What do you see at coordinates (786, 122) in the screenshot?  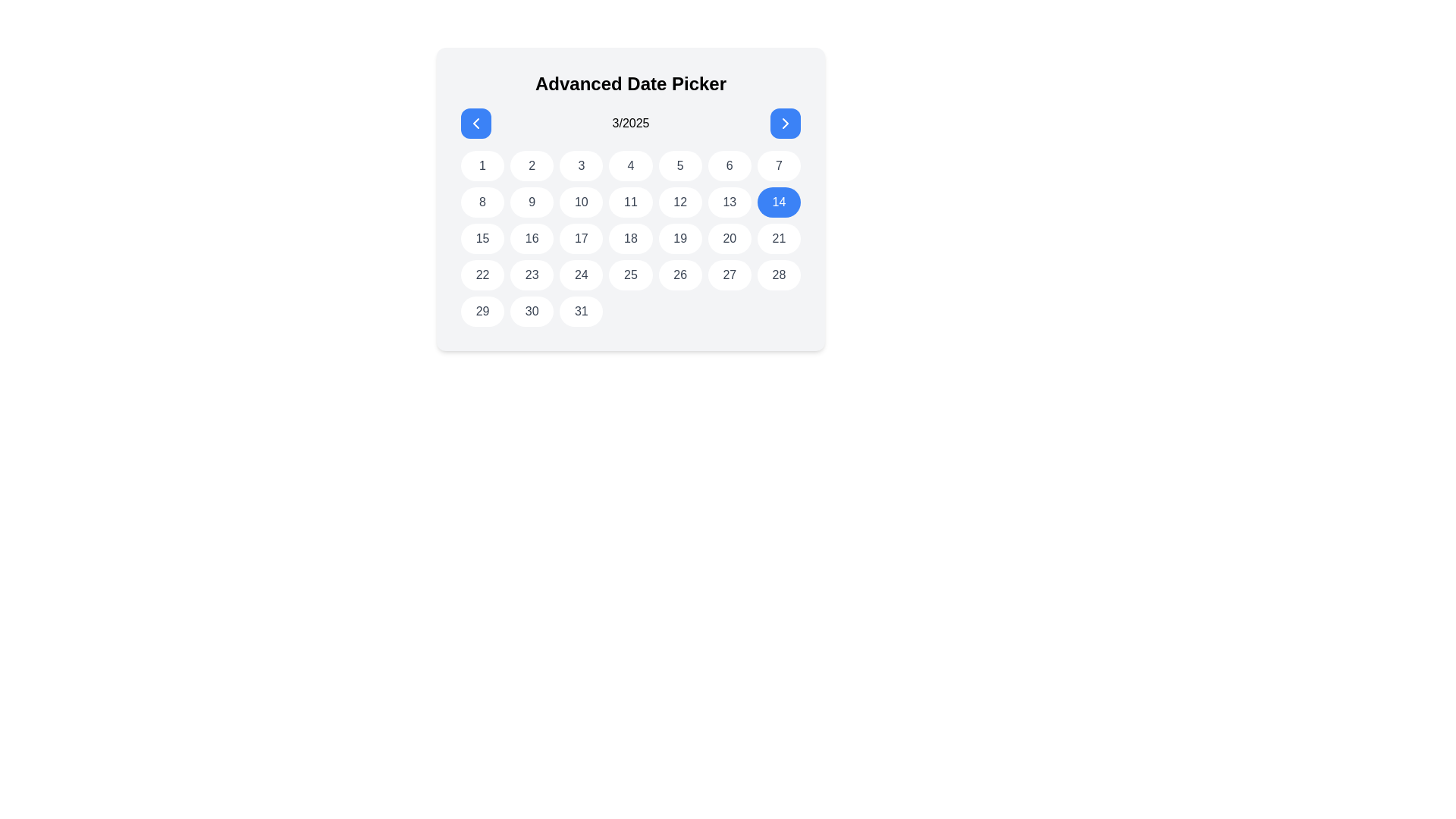 I see `the right navigation button icon within the calendar interface to advance months` at bounding box center [786, 122].